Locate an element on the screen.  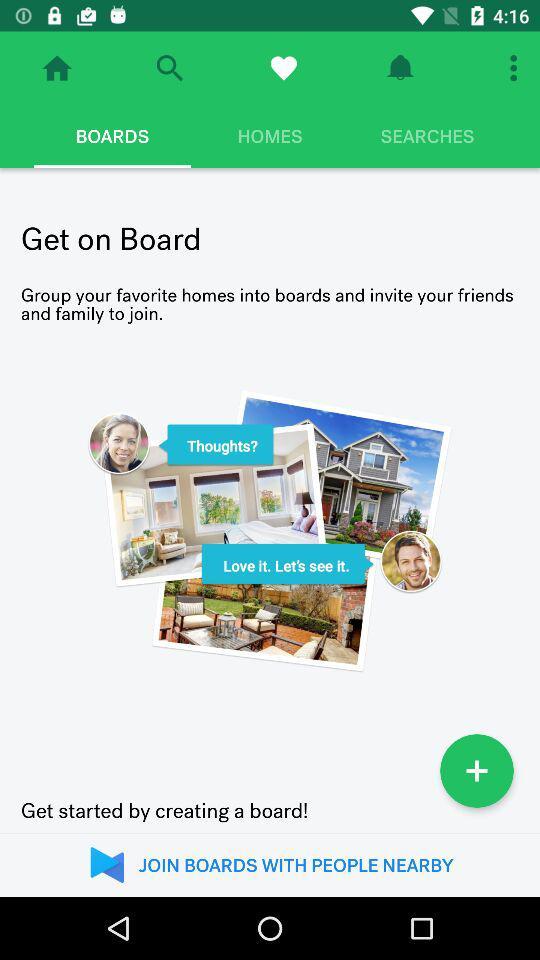
go home is located at coordinates (57, 68).